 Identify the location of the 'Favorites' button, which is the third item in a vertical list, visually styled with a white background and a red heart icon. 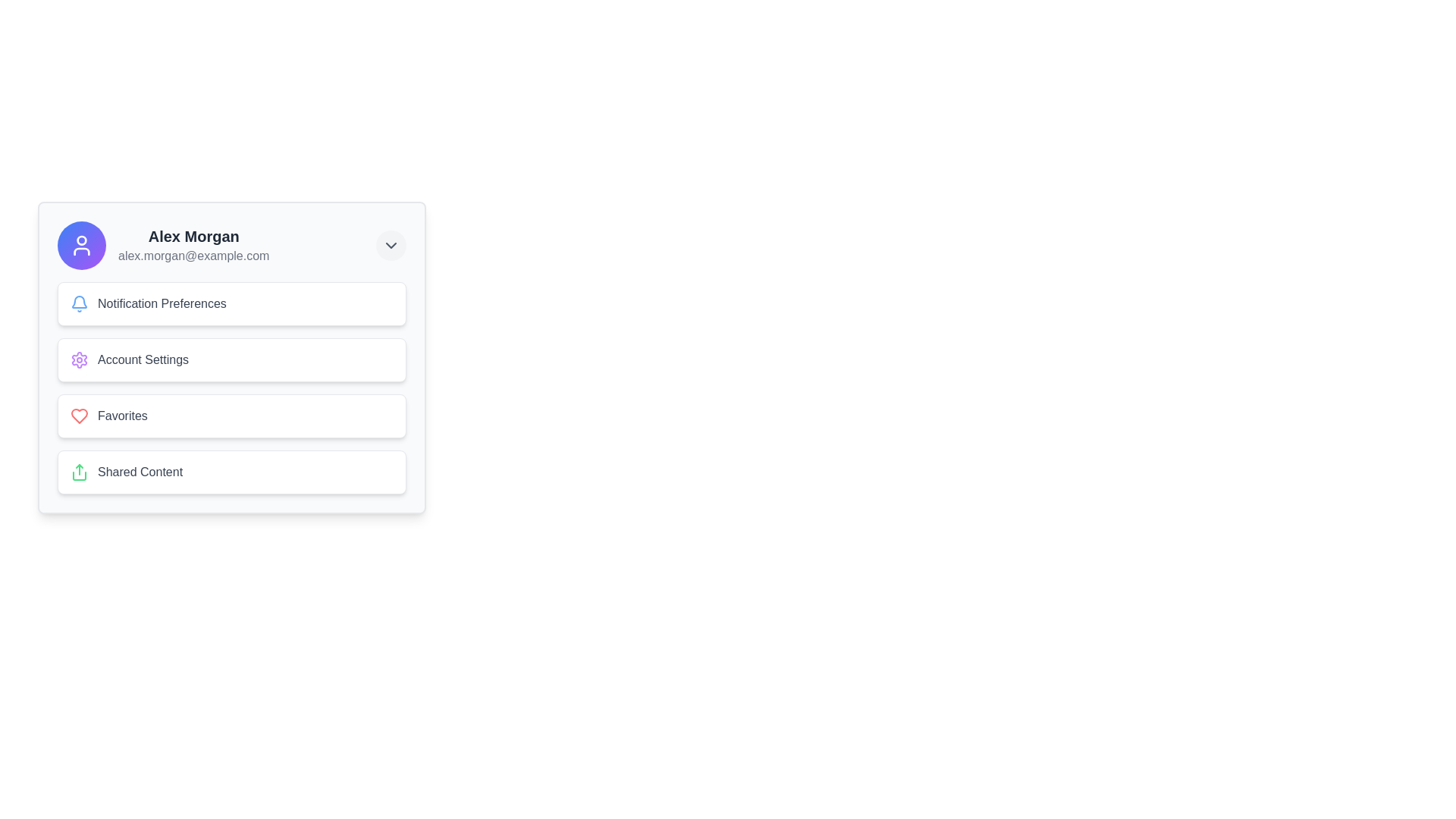
(231, 416).